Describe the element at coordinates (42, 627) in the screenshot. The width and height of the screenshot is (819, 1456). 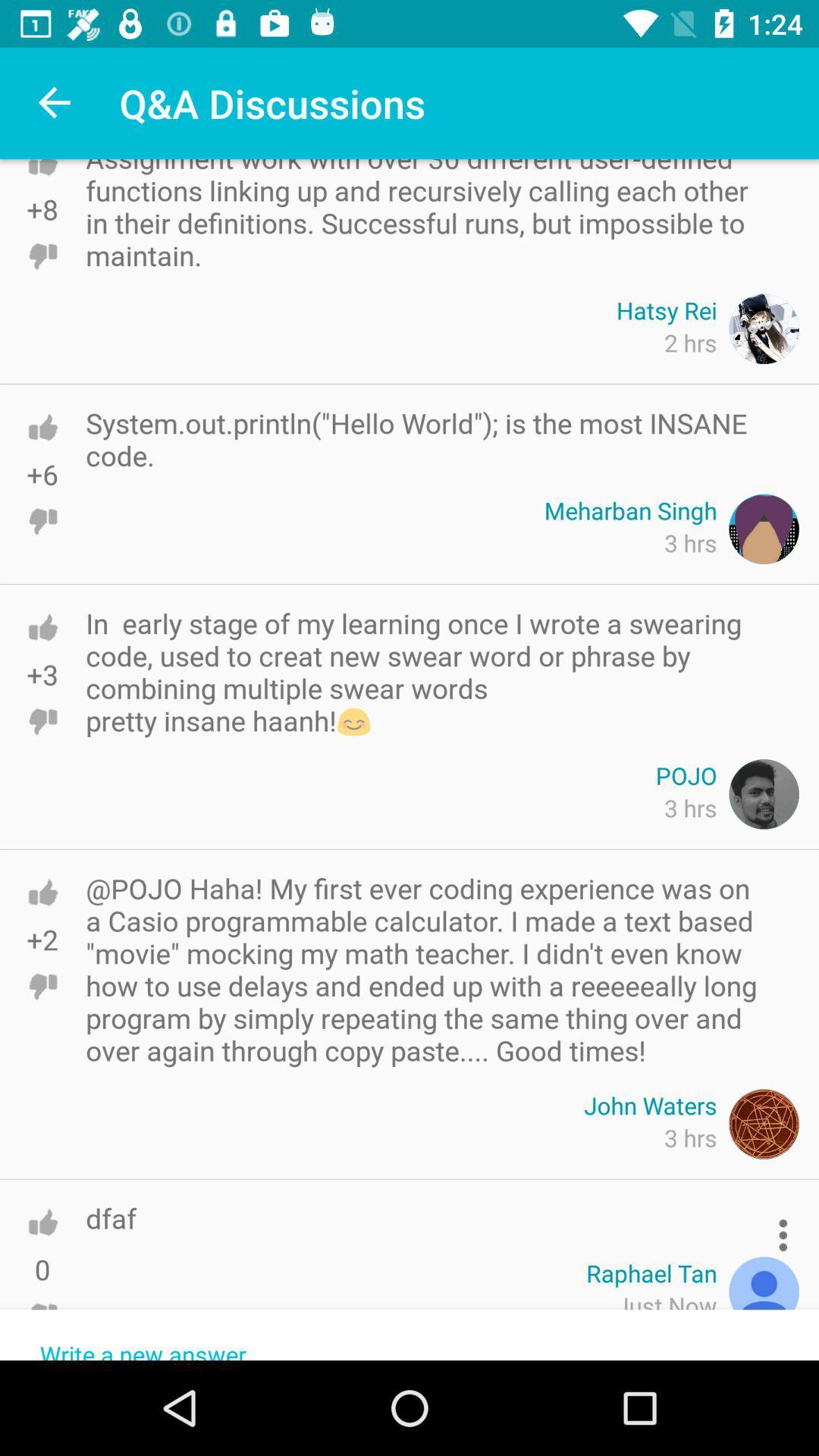
I see `give upvote` at that location.